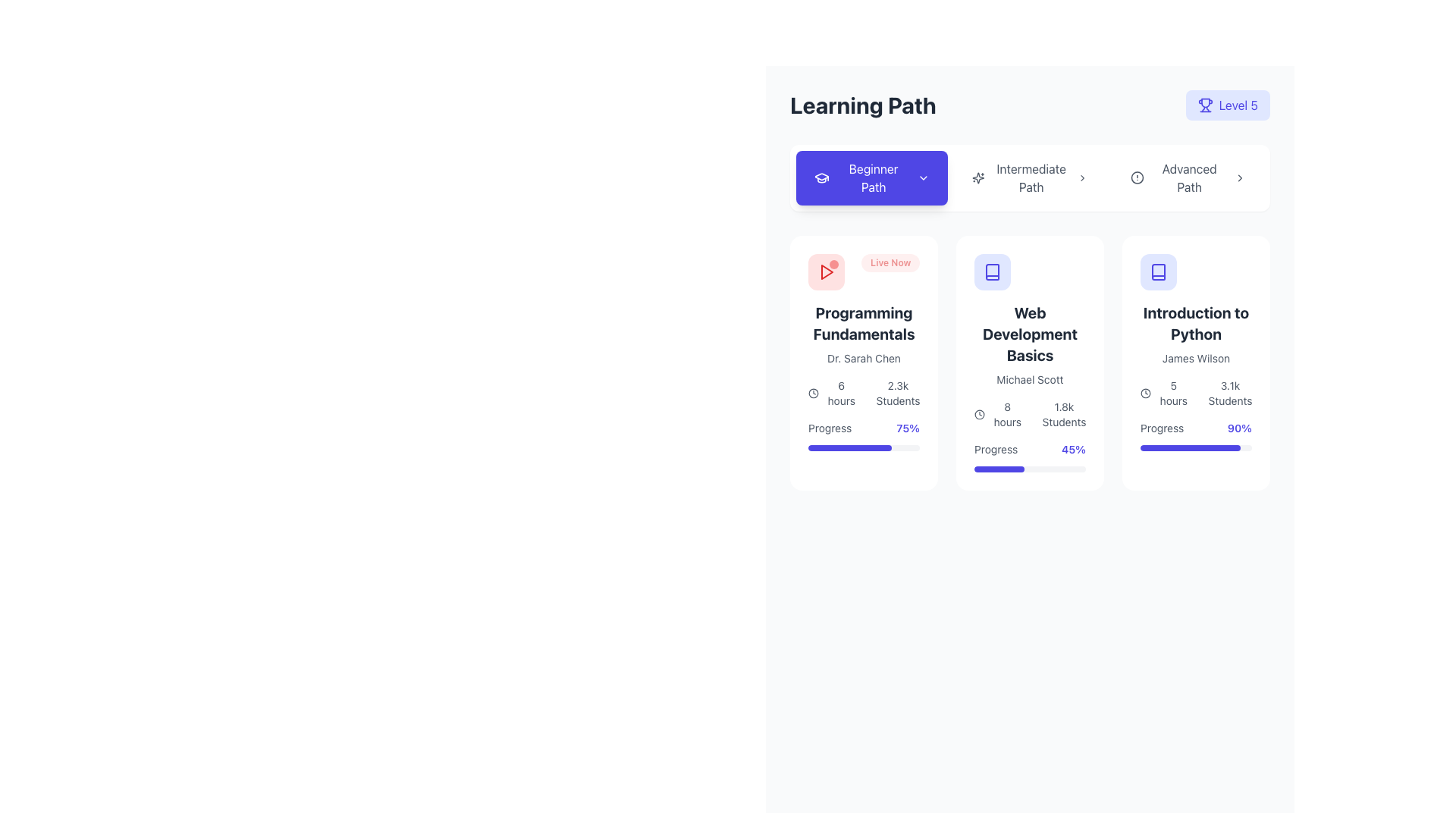 This screenshot has width=1456, height=819. I want to click on the SVG circle element, which is centered within a clock icon to the left of the text '8 hours' in the card labeled 'Web Development Basics', so click(813, 393).